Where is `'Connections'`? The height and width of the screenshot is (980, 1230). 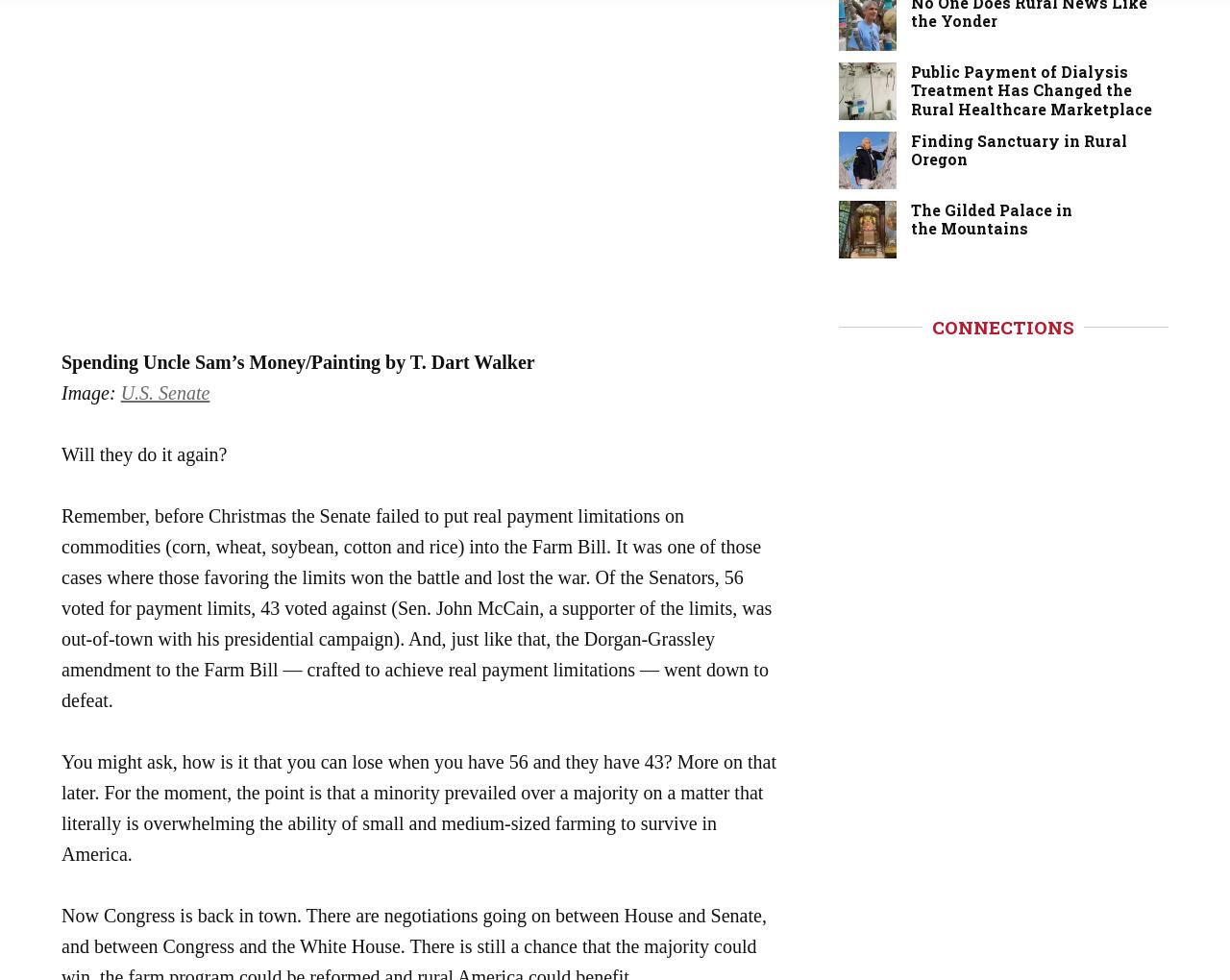 'Connections' is located at coordinates (931, 327).